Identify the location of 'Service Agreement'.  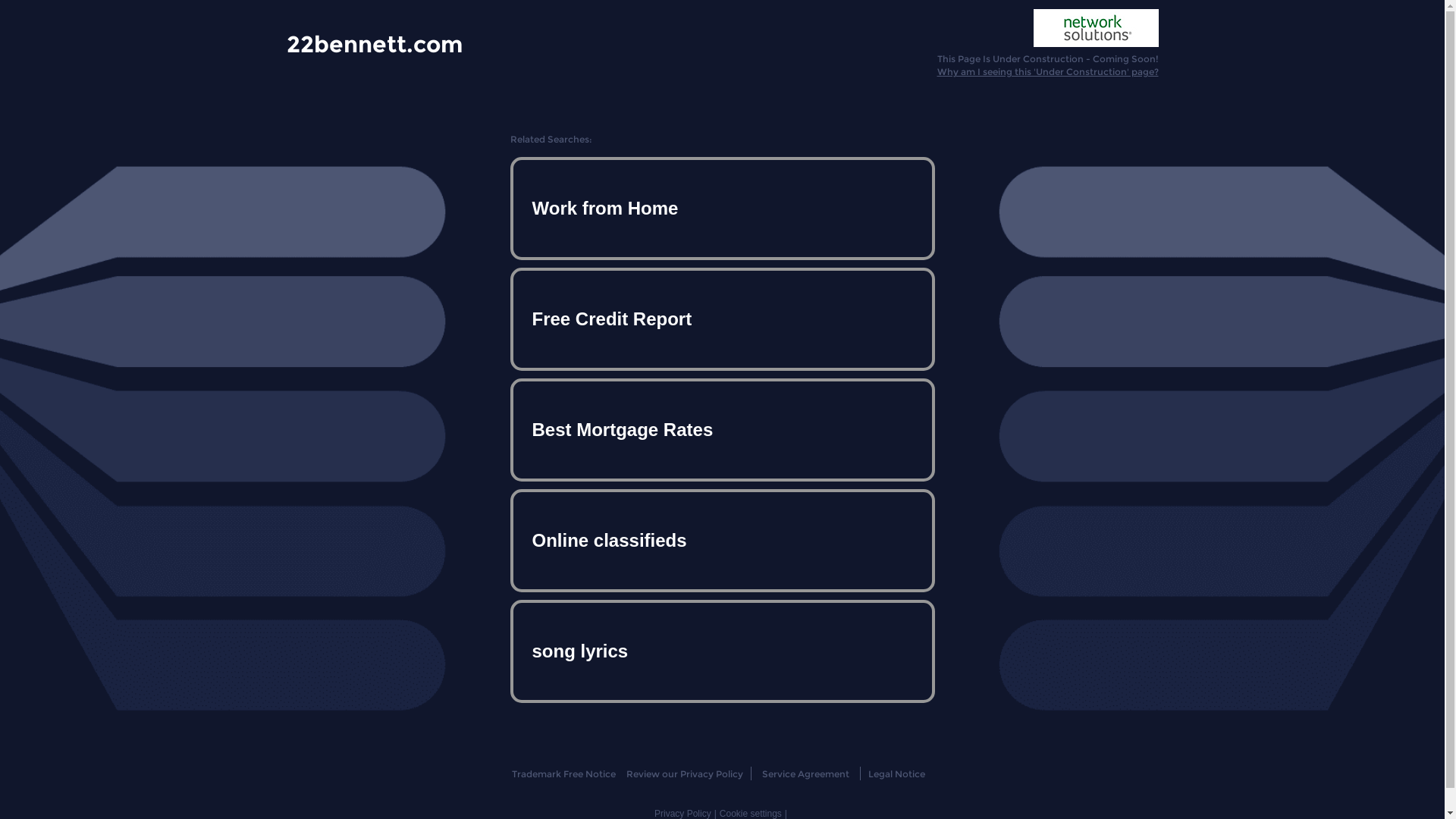
(761, 773).